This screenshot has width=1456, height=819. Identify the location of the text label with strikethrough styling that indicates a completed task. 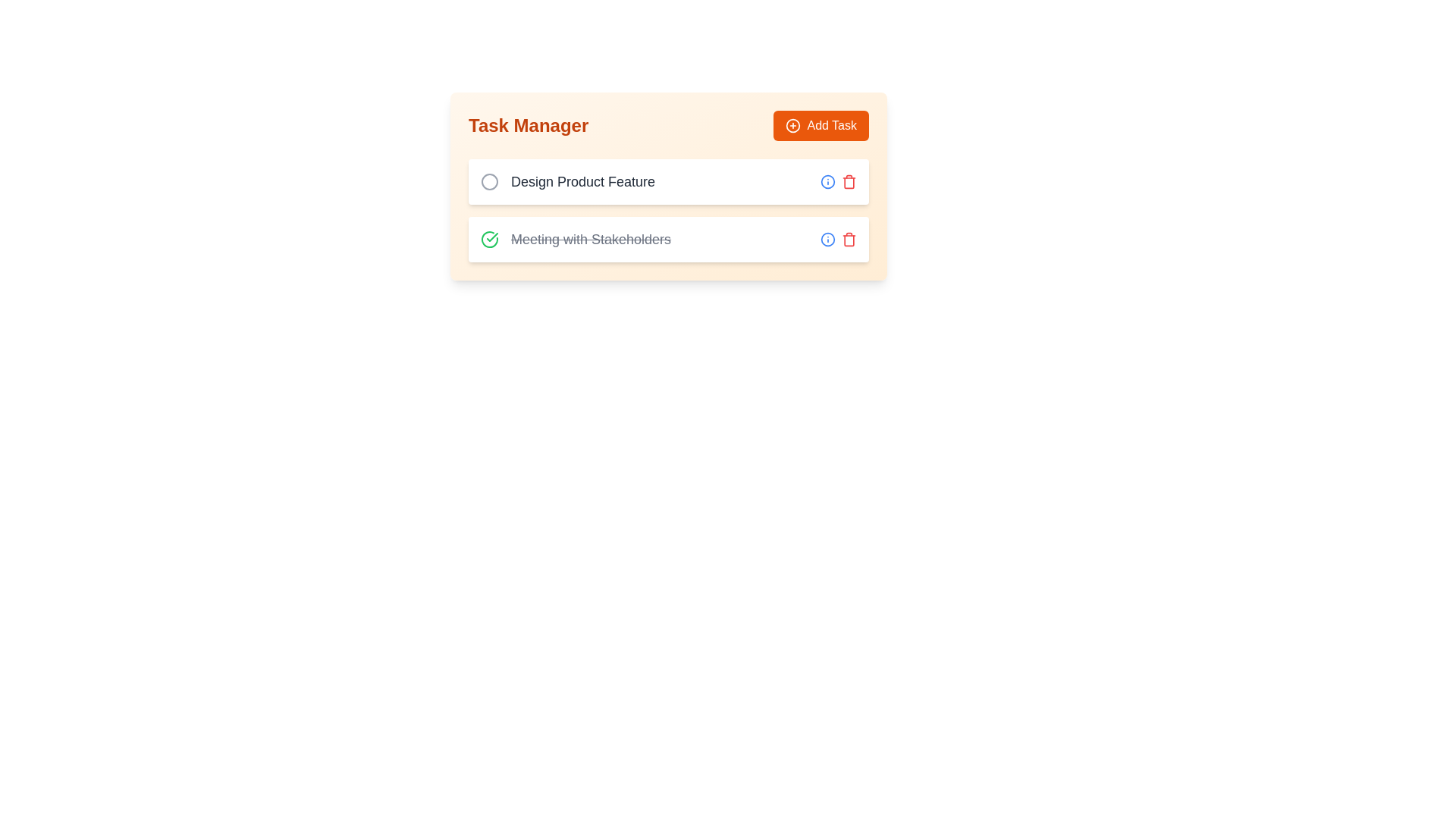
(575, 239).